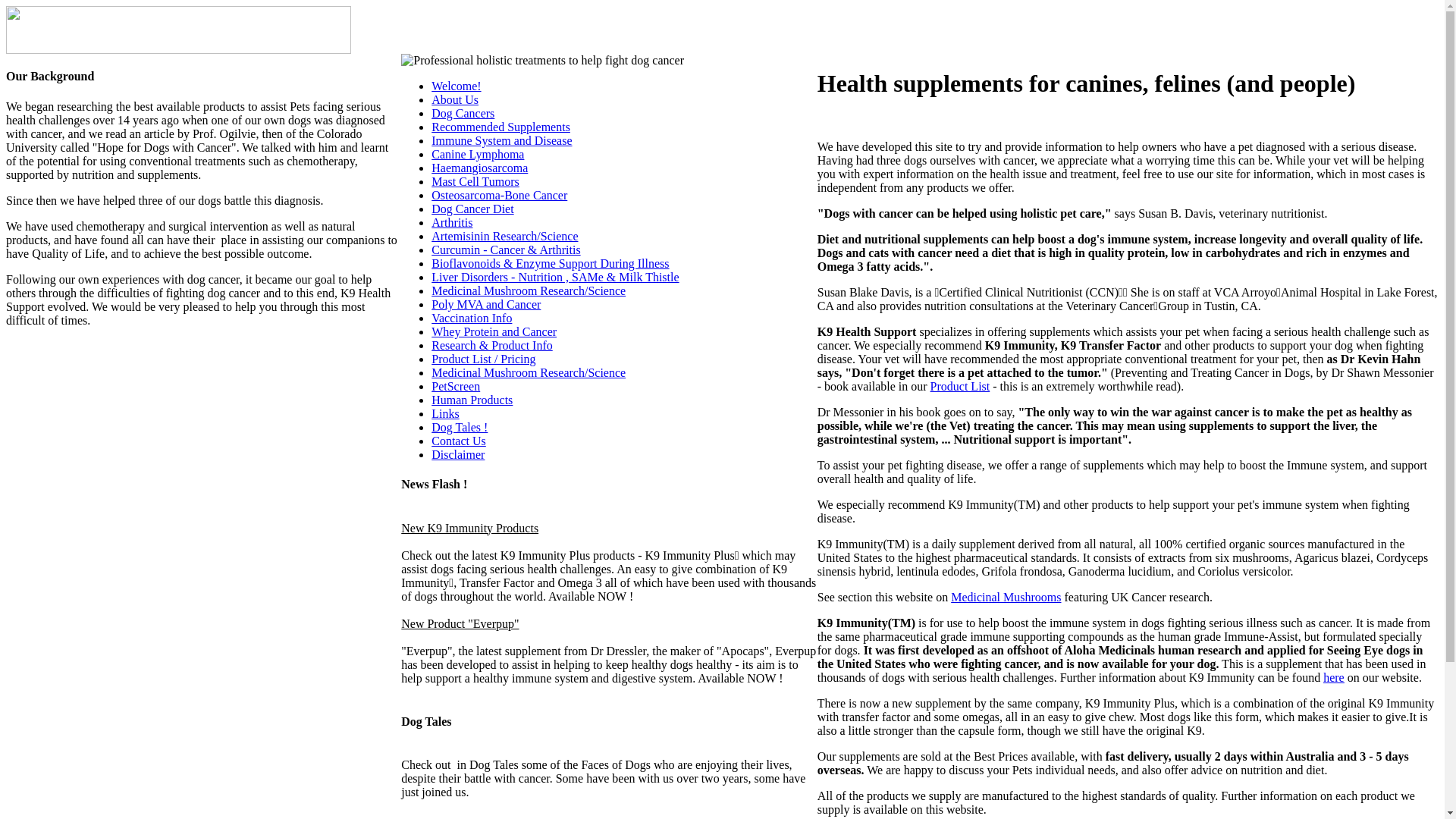 This screenshot has height=819, width=1456. Describe the element at coordinates (431, 180) in the screenshot. I see `'Mast Cell Tumors'` at that location.